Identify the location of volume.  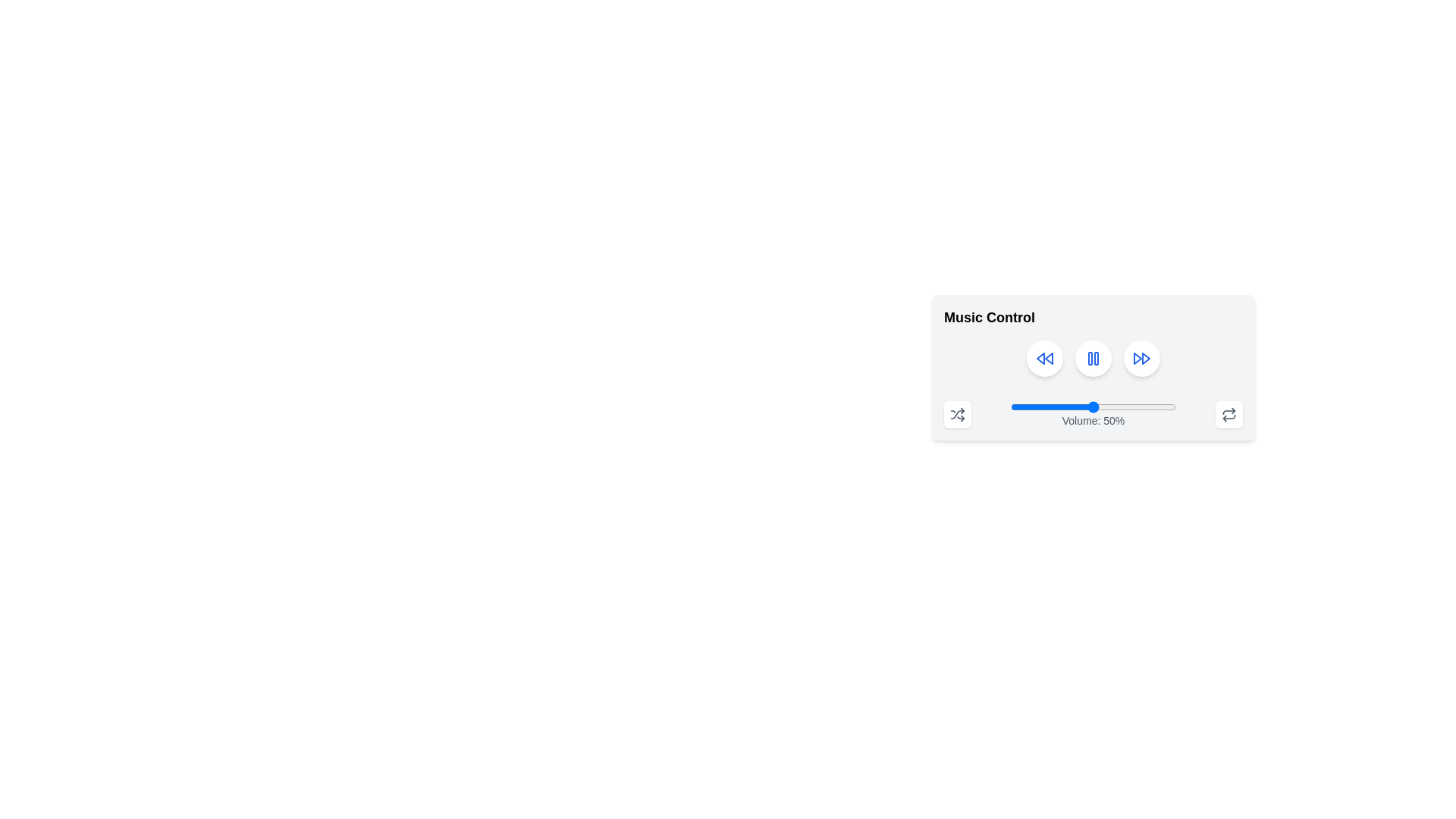
(1071, 406).